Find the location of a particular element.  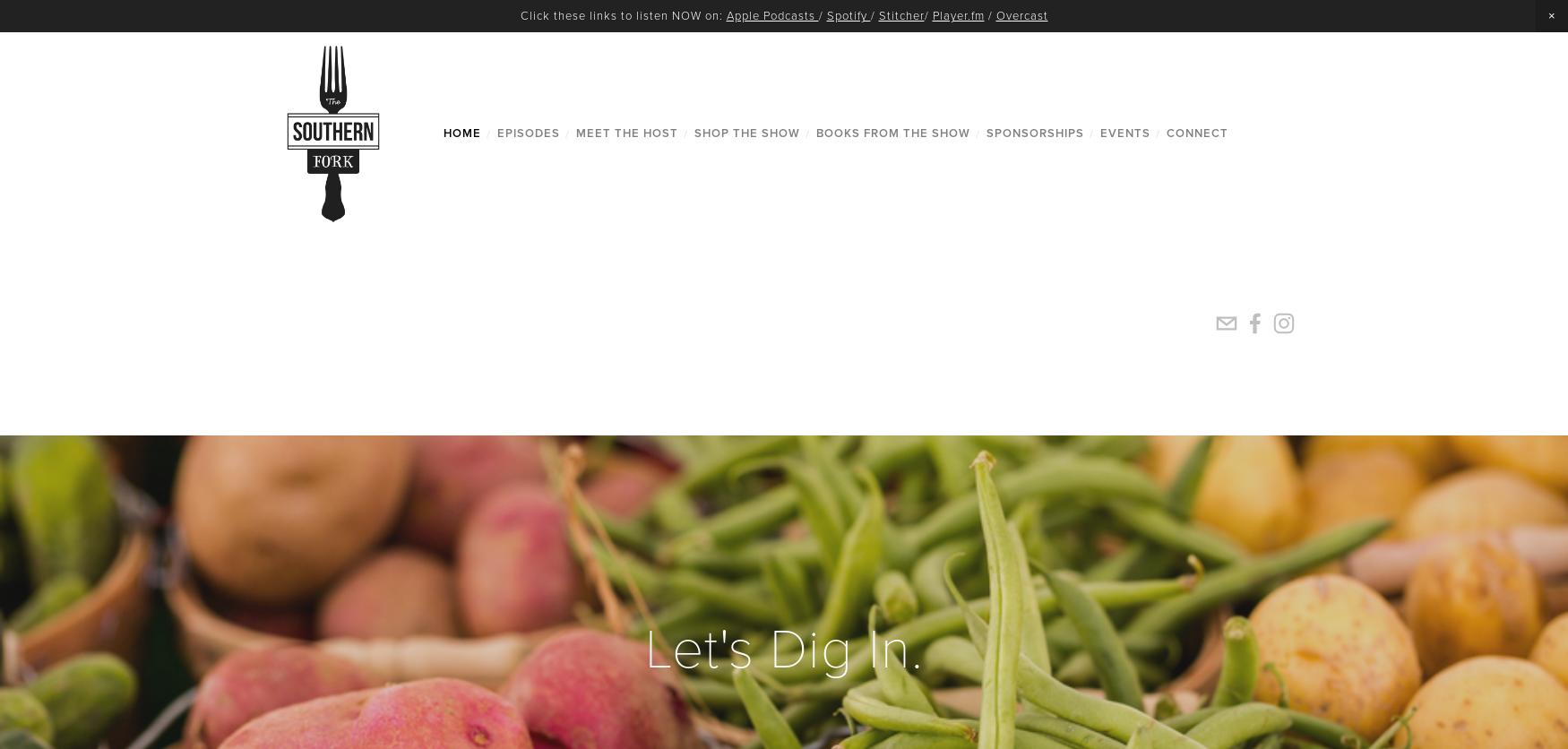

'Shop the Show' is located at coordinates (746, 132).